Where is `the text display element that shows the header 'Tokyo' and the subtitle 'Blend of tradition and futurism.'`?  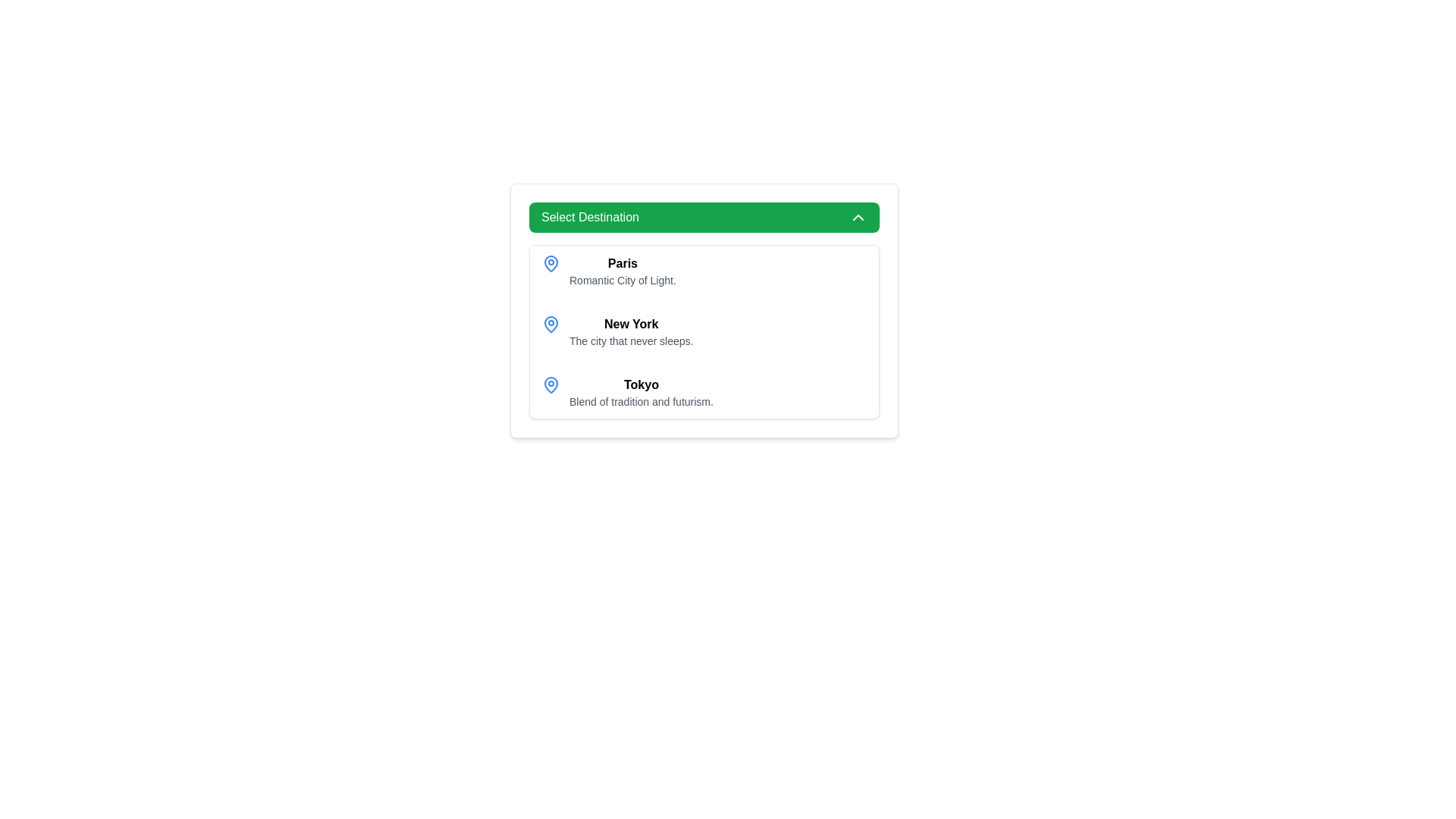 the text display element that shows the header 'Tokyo' and the subtitle 'Blend of tradition and futurism.' is located at coordinates (641, 391).